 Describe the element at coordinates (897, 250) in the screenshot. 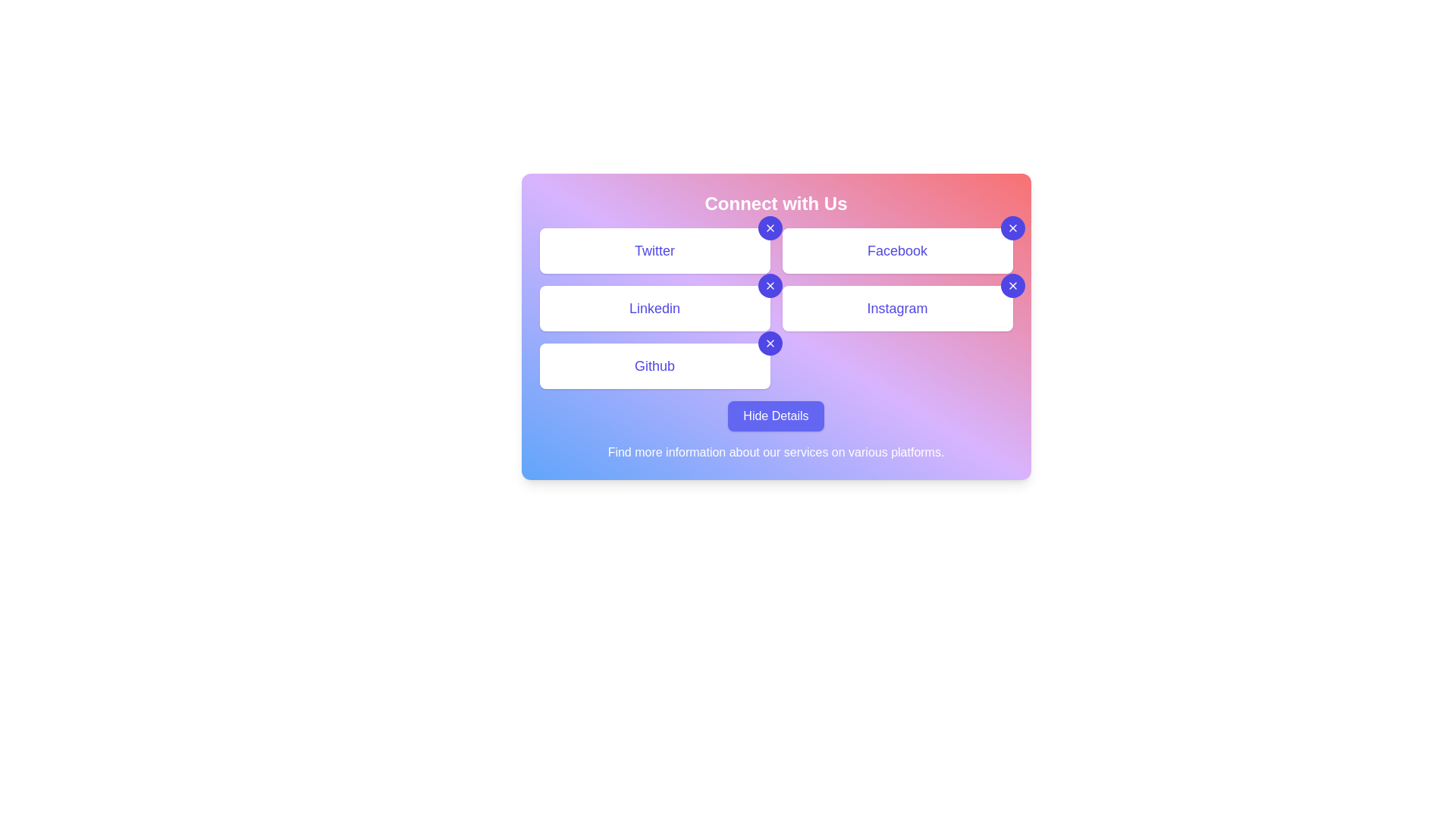

I see `the static text label displaying the word 'Facebook', which is styled in indigo color and prominently sized, located at the top right of a two-column layout` at that location.